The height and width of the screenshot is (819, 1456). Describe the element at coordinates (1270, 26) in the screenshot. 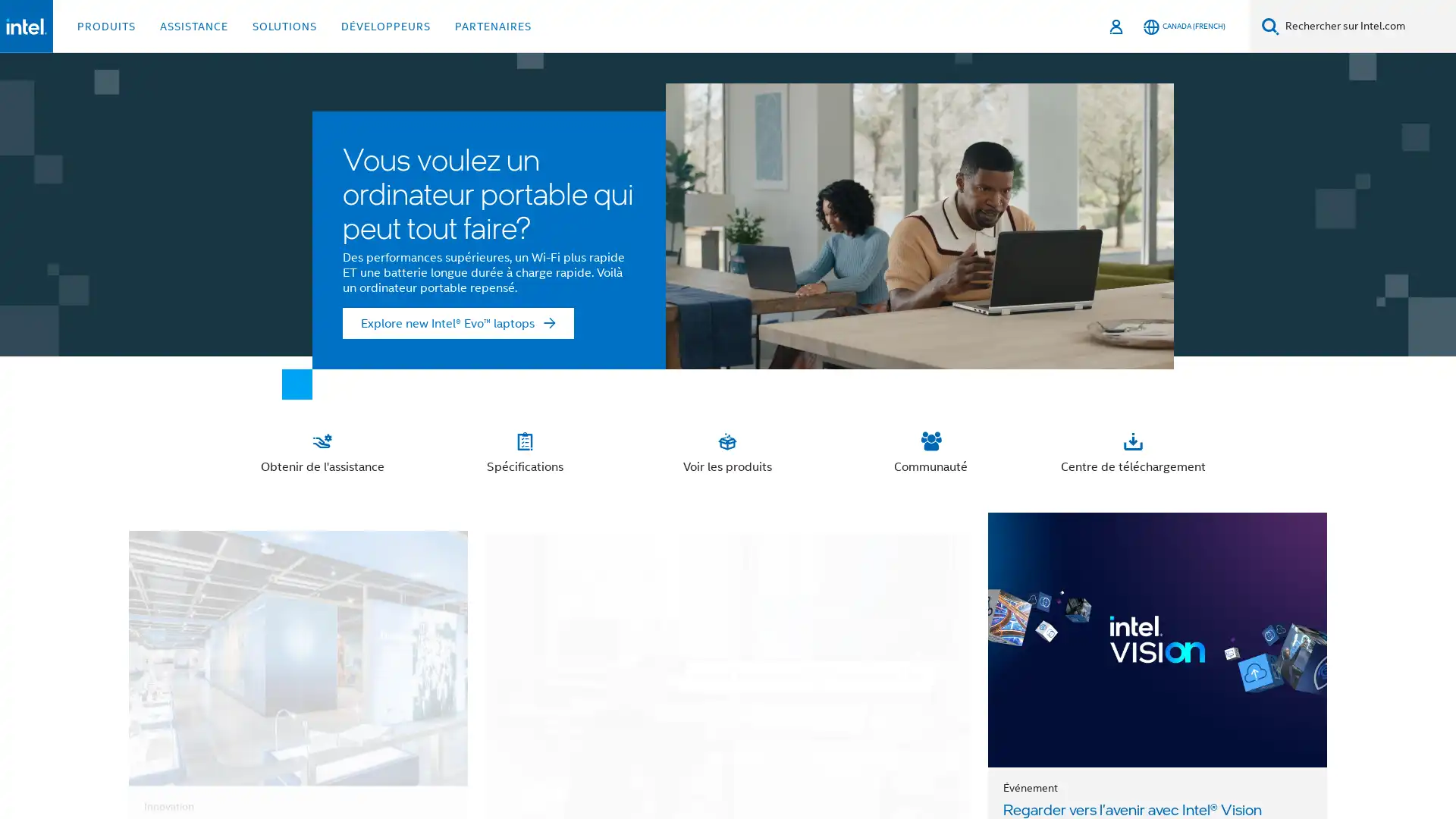

I see `Search` at that location.